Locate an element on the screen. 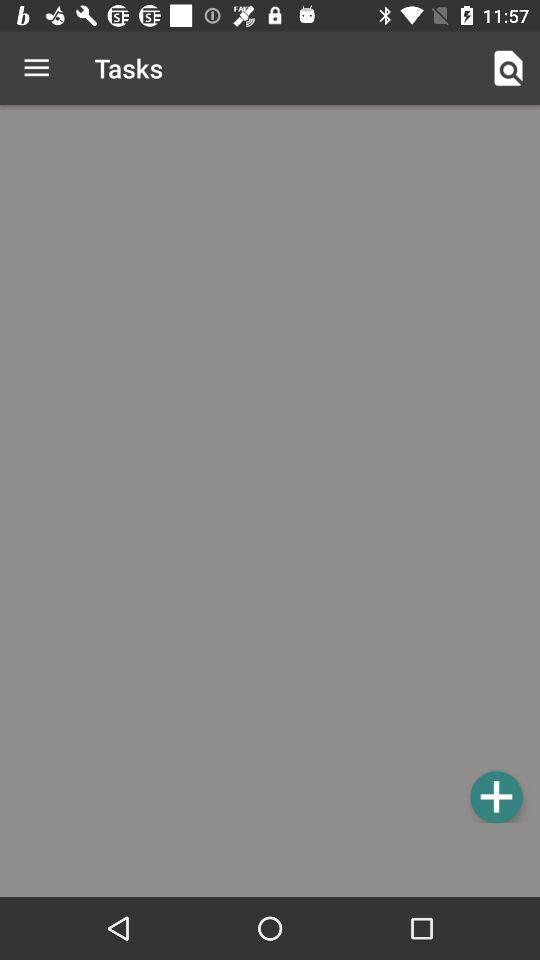 The height and width of the screenshot is (960, 540). the item at the bottom right corner is located at coordinates (495, 796).